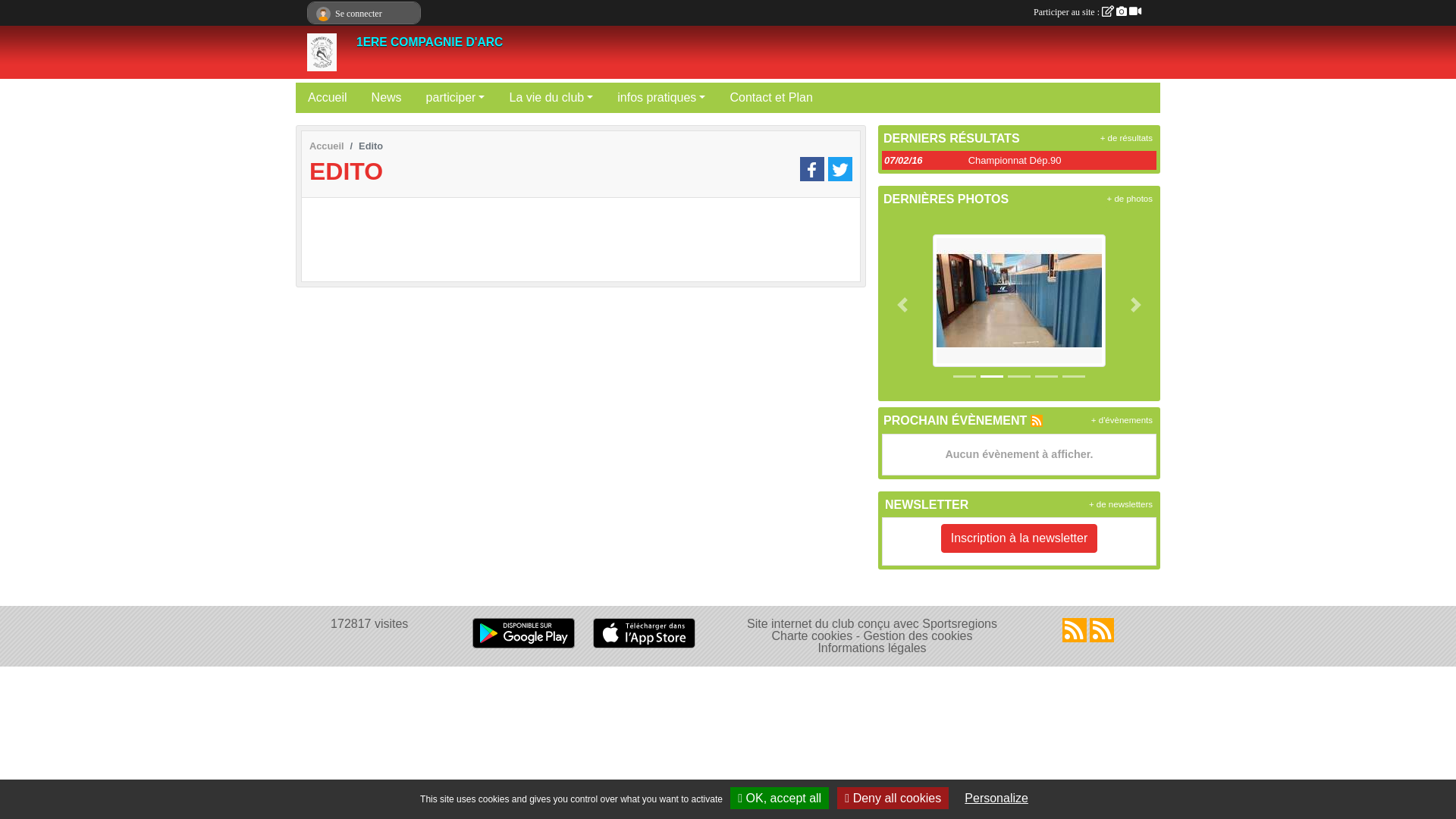 Image resolution: width=1456 pixels, height=819 pixels. Describe the element at coordinates (1087, 11) in the screenshot. I see `'Participer au site :'` at that location.